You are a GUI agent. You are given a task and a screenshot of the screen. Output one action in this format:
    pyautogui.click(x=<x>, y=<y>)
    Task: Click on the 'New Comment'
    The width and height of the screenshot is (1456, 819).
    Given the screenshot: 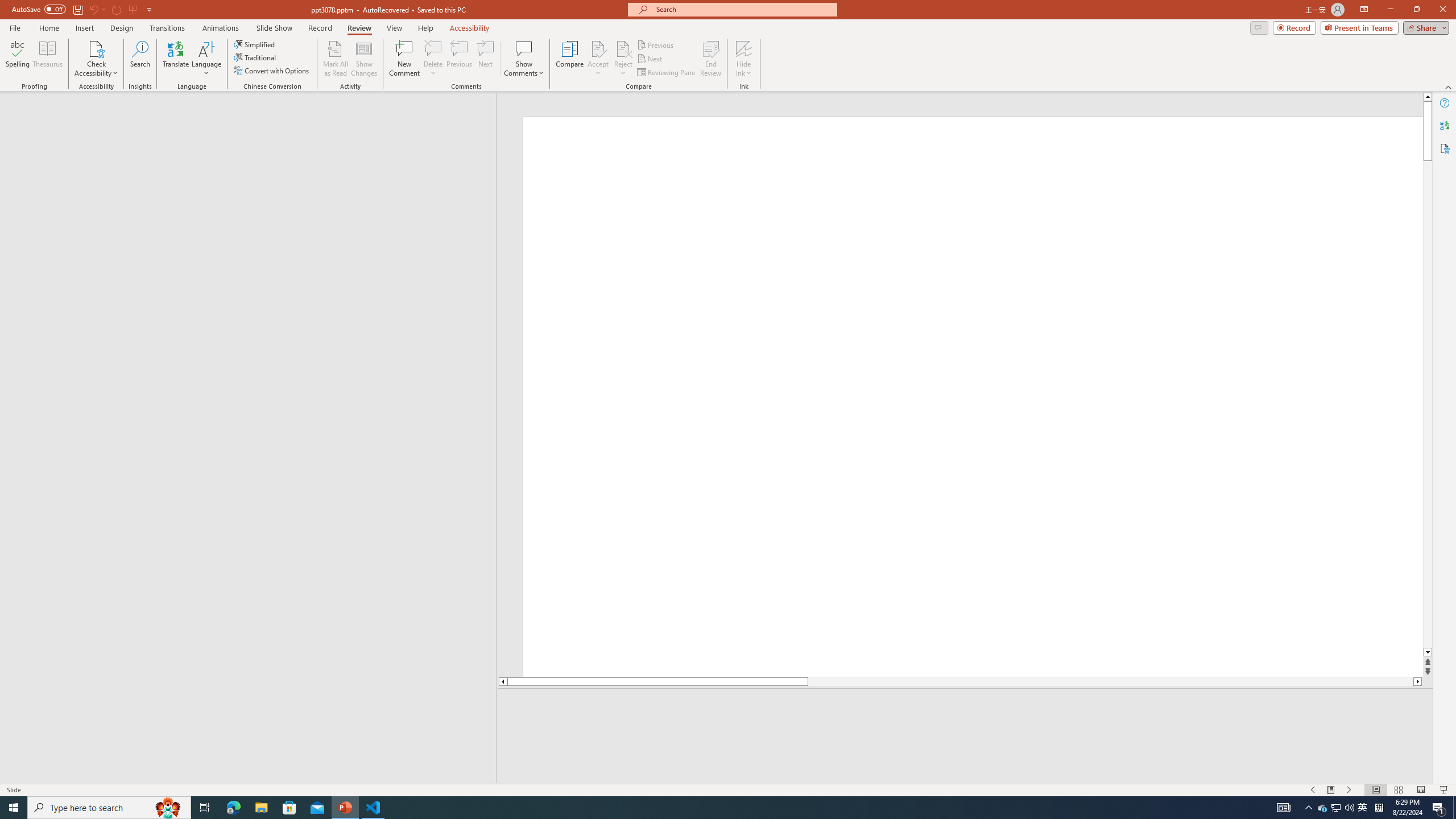 What is the action you would take?
    pyautogui.click(x=403, y=59)
    